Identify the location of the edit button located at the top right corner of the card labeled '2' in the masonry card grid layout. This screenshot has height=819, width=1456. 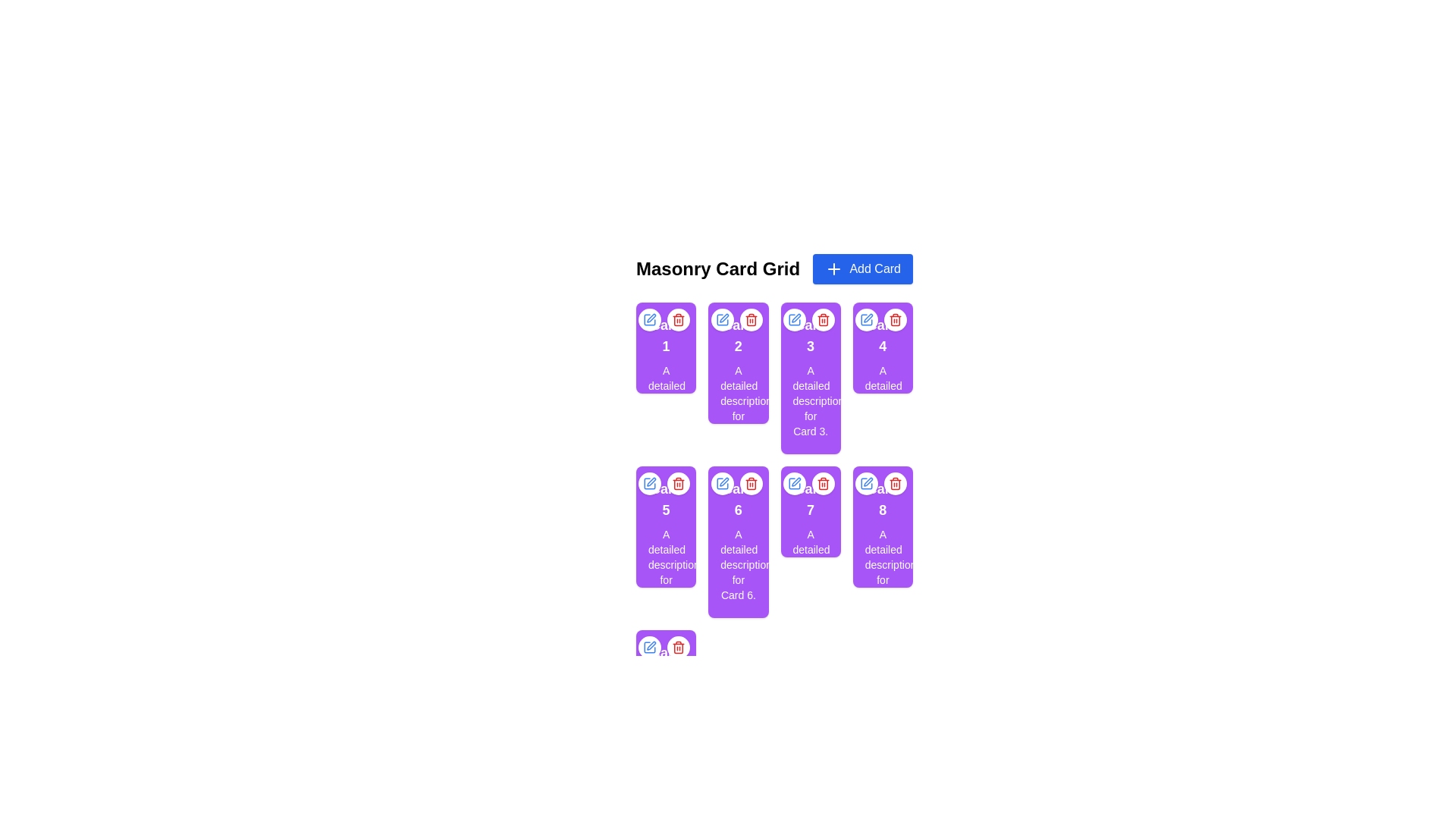
(721, 318).